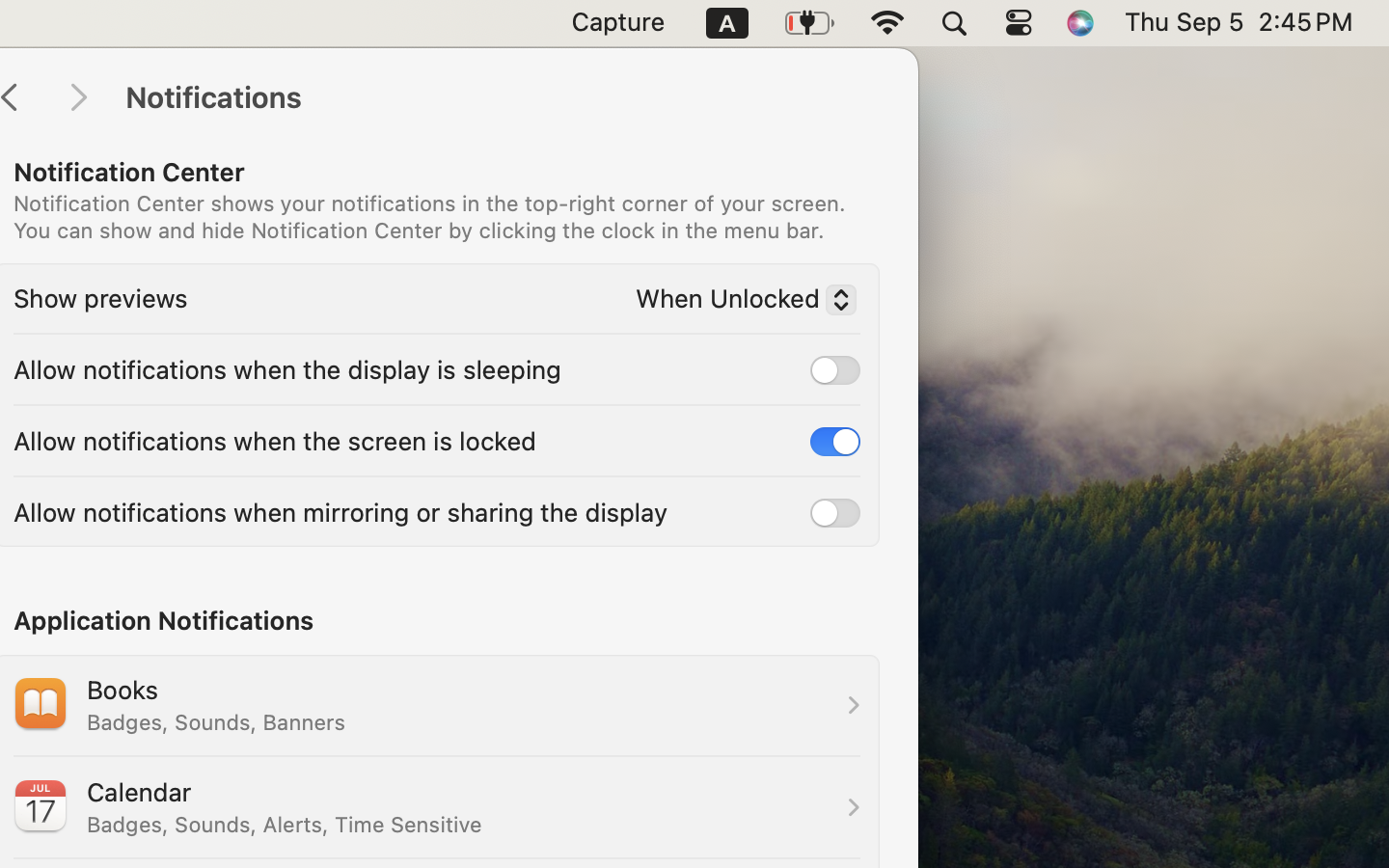 This screenshot has height=868, width=1389. Describe the element at coordinates (736, 301) in the screenshot. I see `'When Unlocked'` at that location.